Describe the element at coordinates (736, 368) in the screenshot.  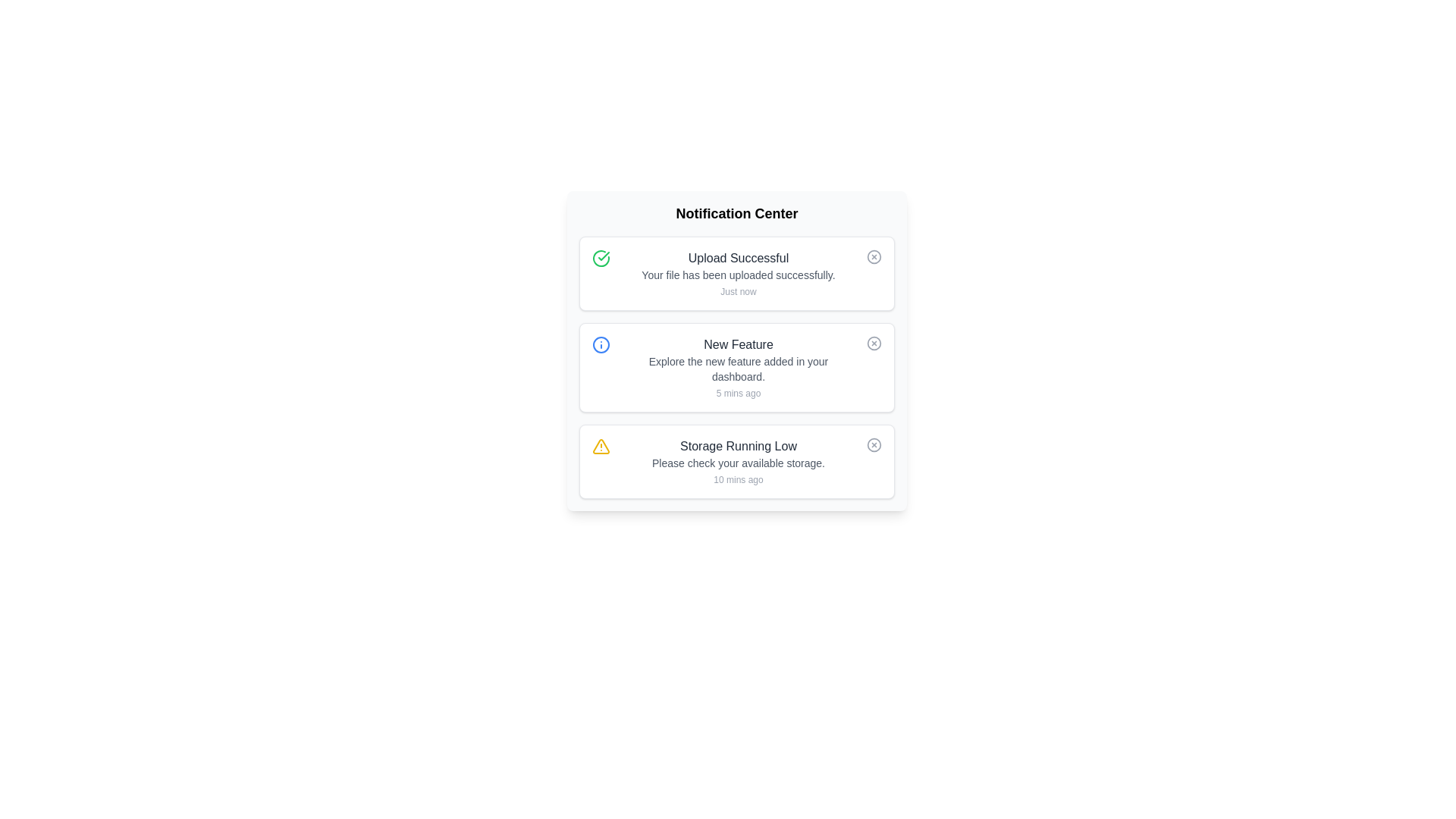
I see `the second notification card in the 'Notification Center' that contains the title 'New Feature'` at that location.